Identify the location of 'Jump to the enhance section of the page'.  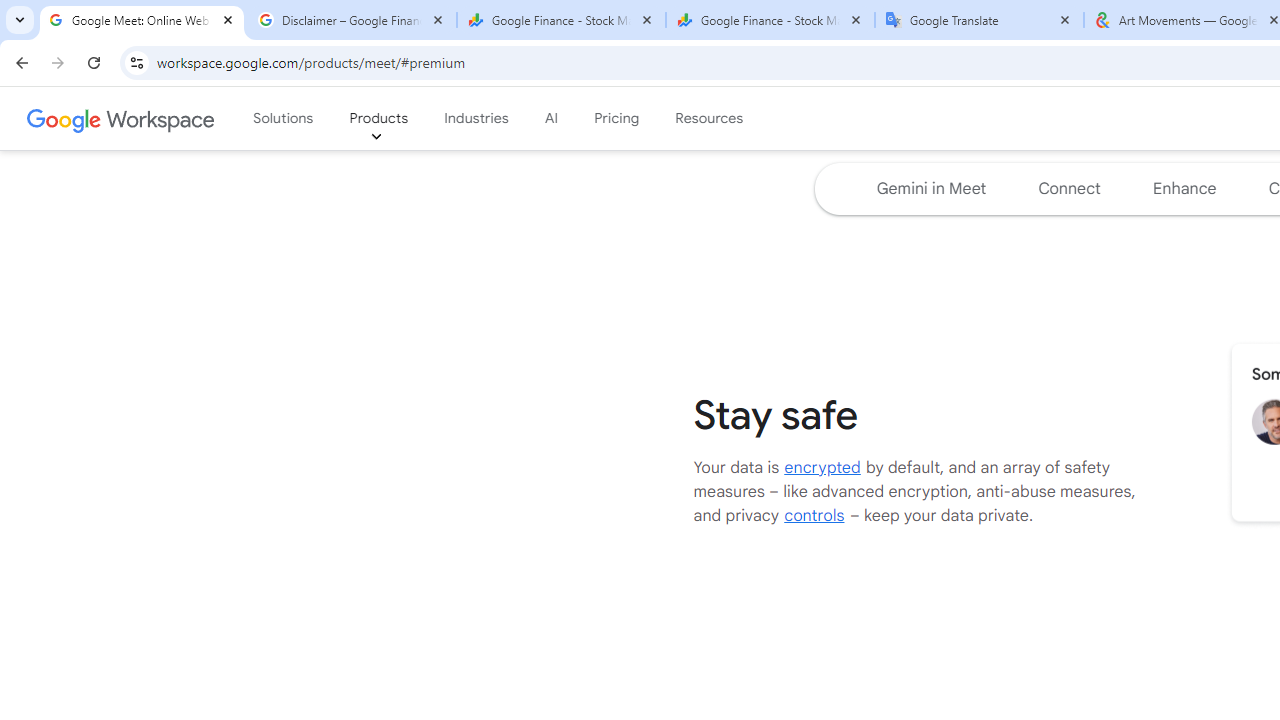
(1184, 189).